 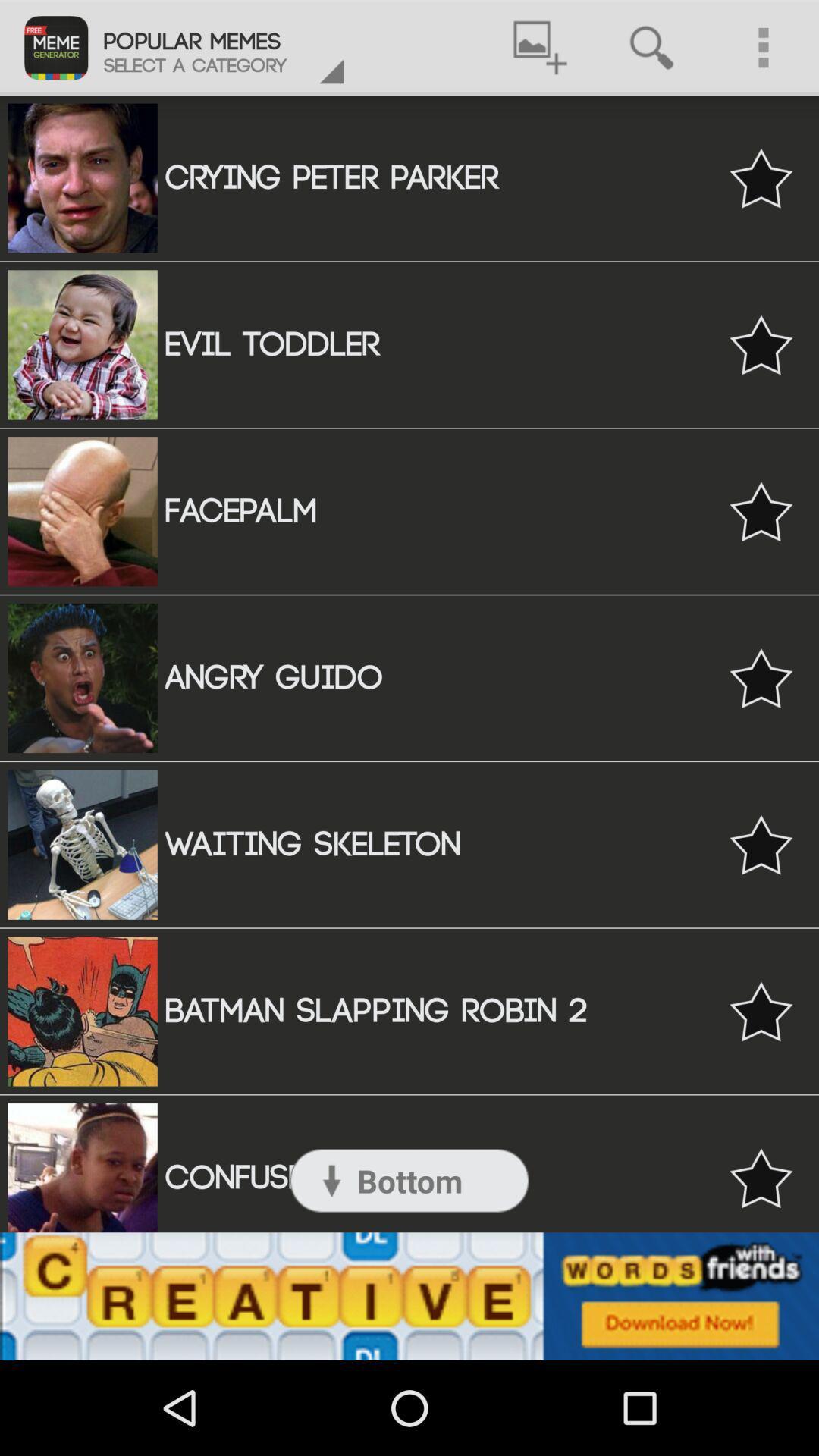 I want to click on favorite, so click(x=761, y=1011).